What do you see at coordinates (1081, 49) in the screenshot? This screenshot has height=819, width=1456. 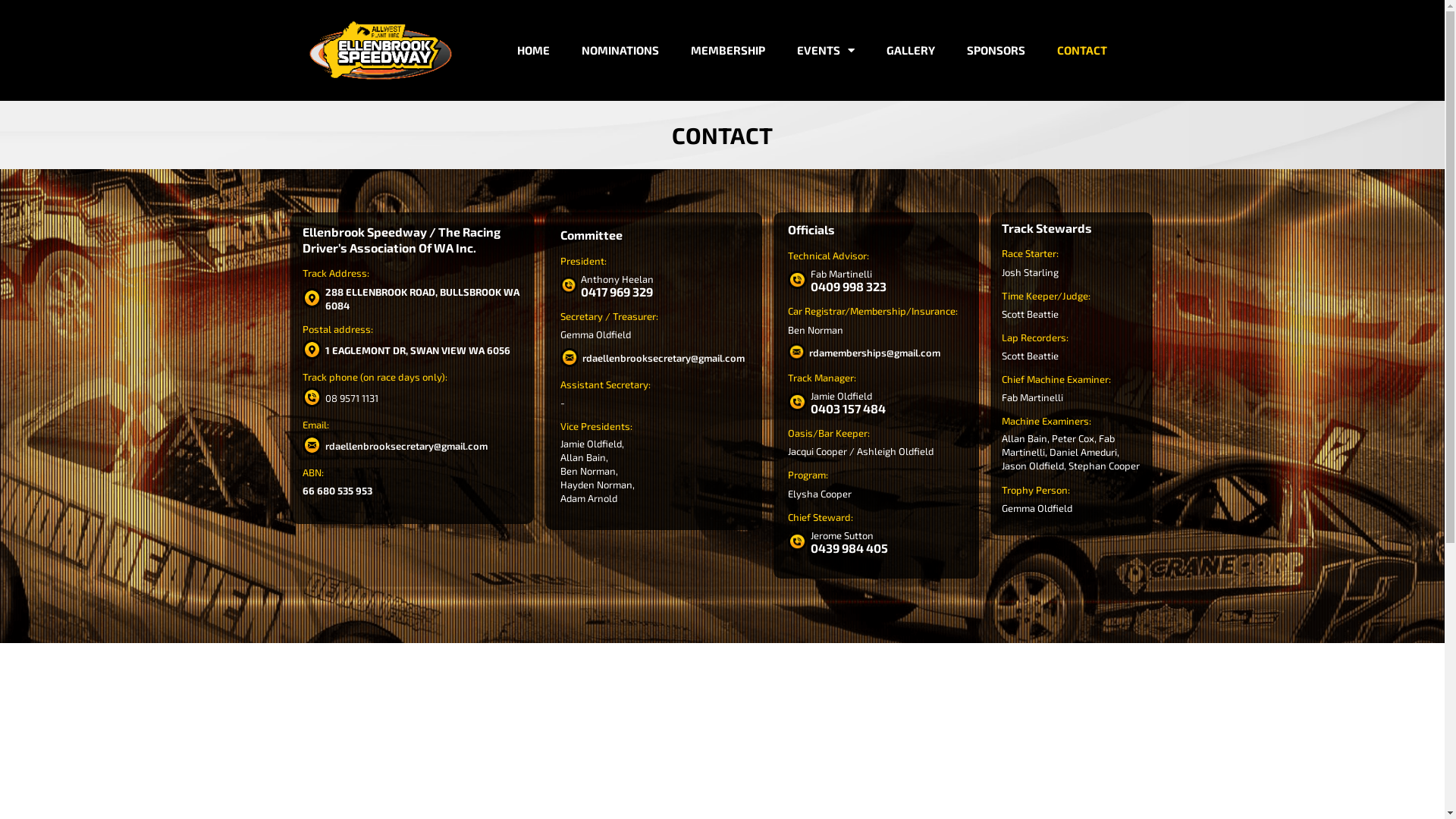 I see `'CONTACT'` at bounding box center [1081, 49].